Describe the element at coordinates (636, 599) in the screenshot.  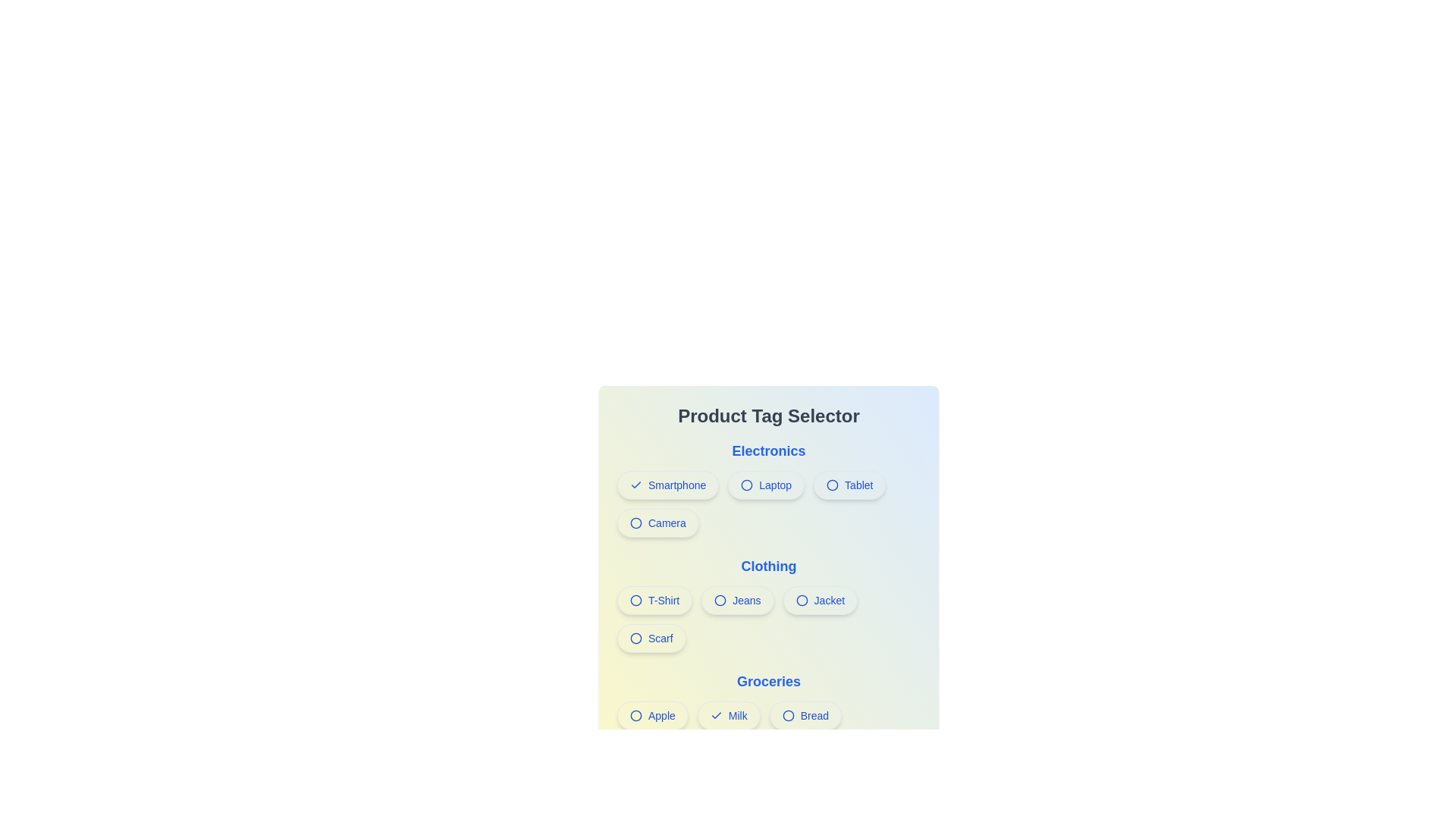
I see `the circular border icon with a thin, hollow stroke-style outline located to the left of the 'T-Shirt' tag in the 'Clothing' section` at that location.